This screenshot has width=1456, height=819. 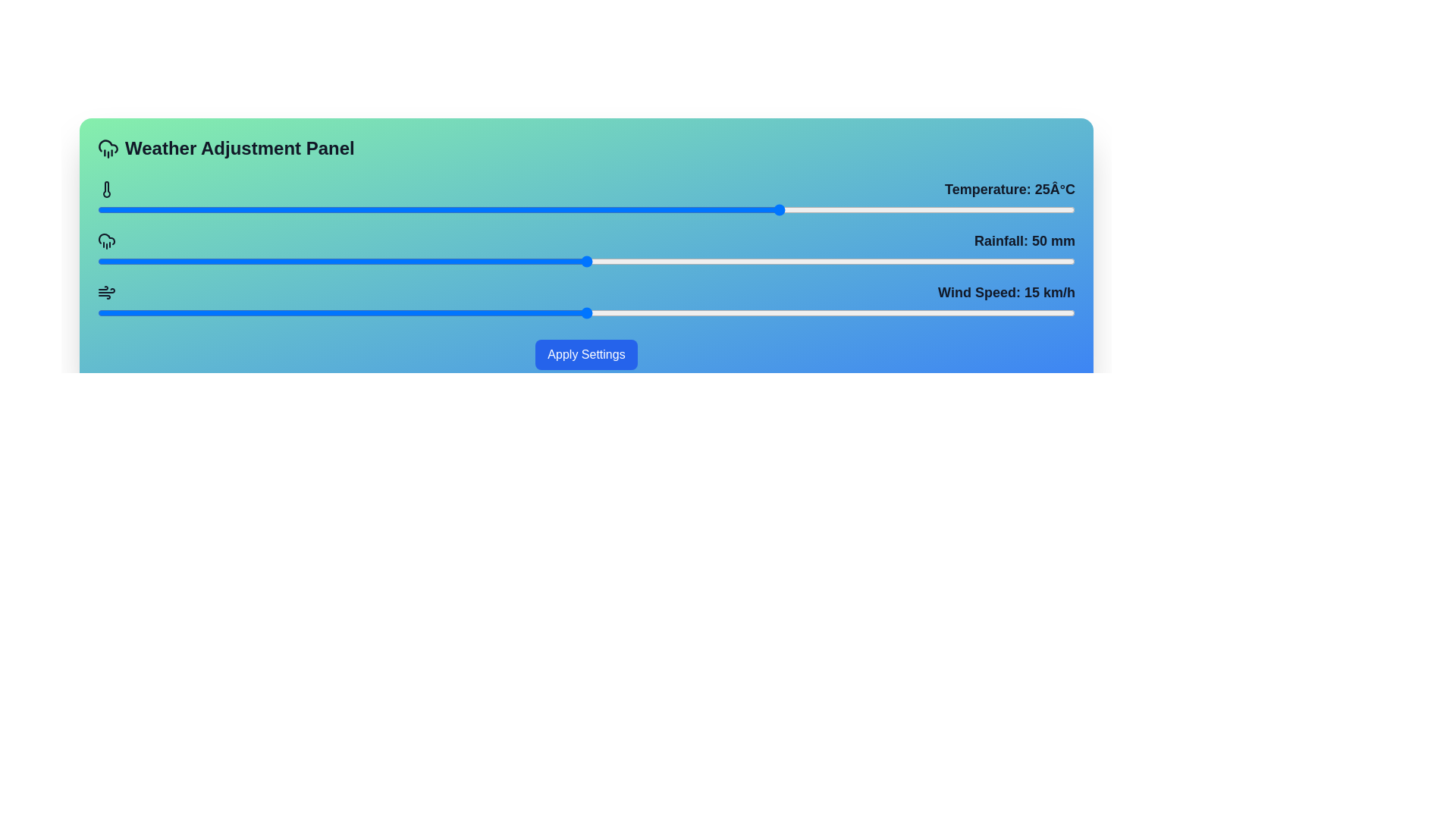 What do you see at coordinates (553, 312) in the screenshot?
I see `the wind speed` at bounding box center [553, 312].